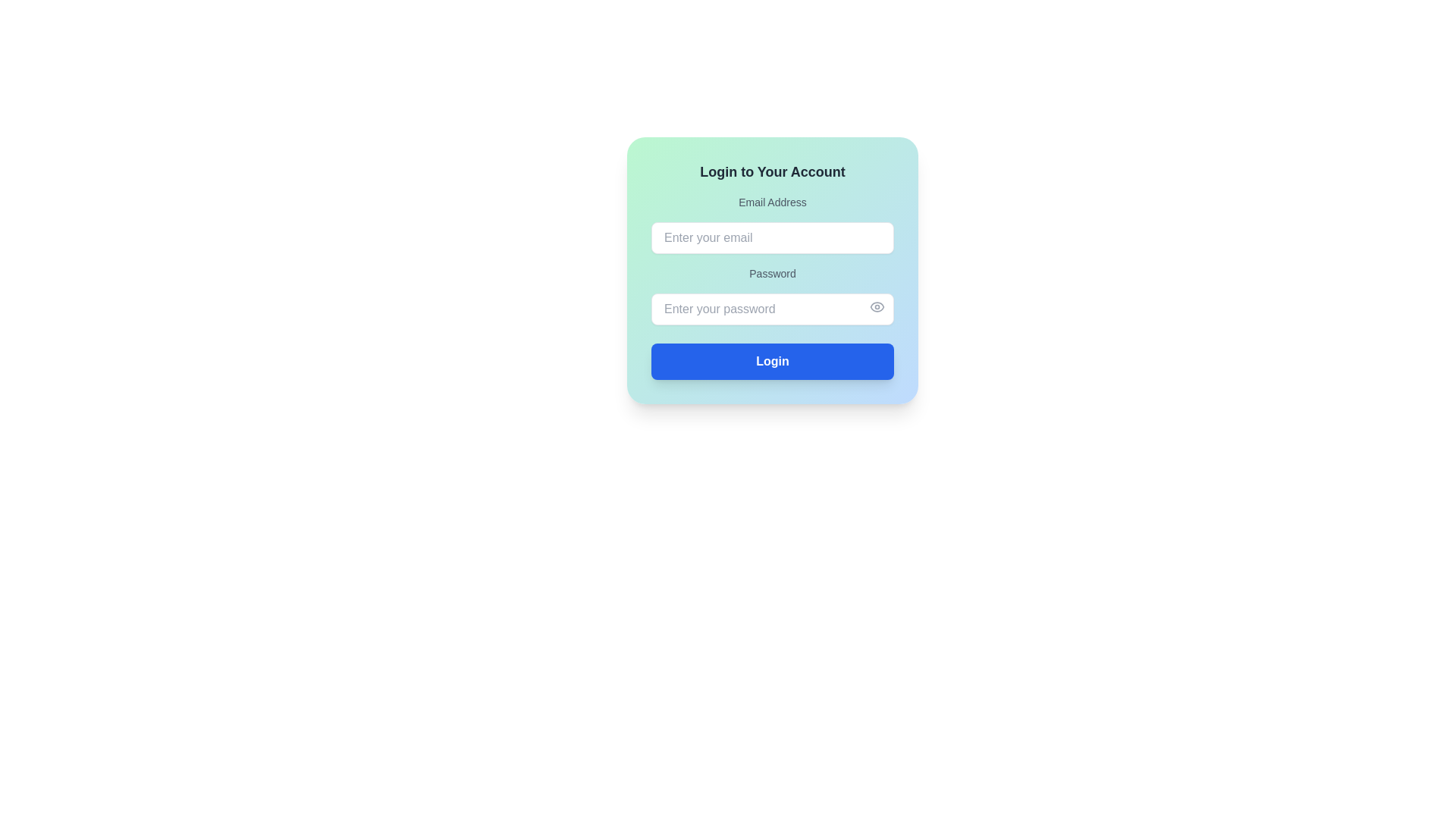 The width and height of the screenshot is (1456, 819). Describe the element at coordinates (772, 309) in the screenshot. I see `the password input field by tabbing to it, which is located below the 'Password' label and above the login button, styled with a rounded border and subtle shadow` at that location.